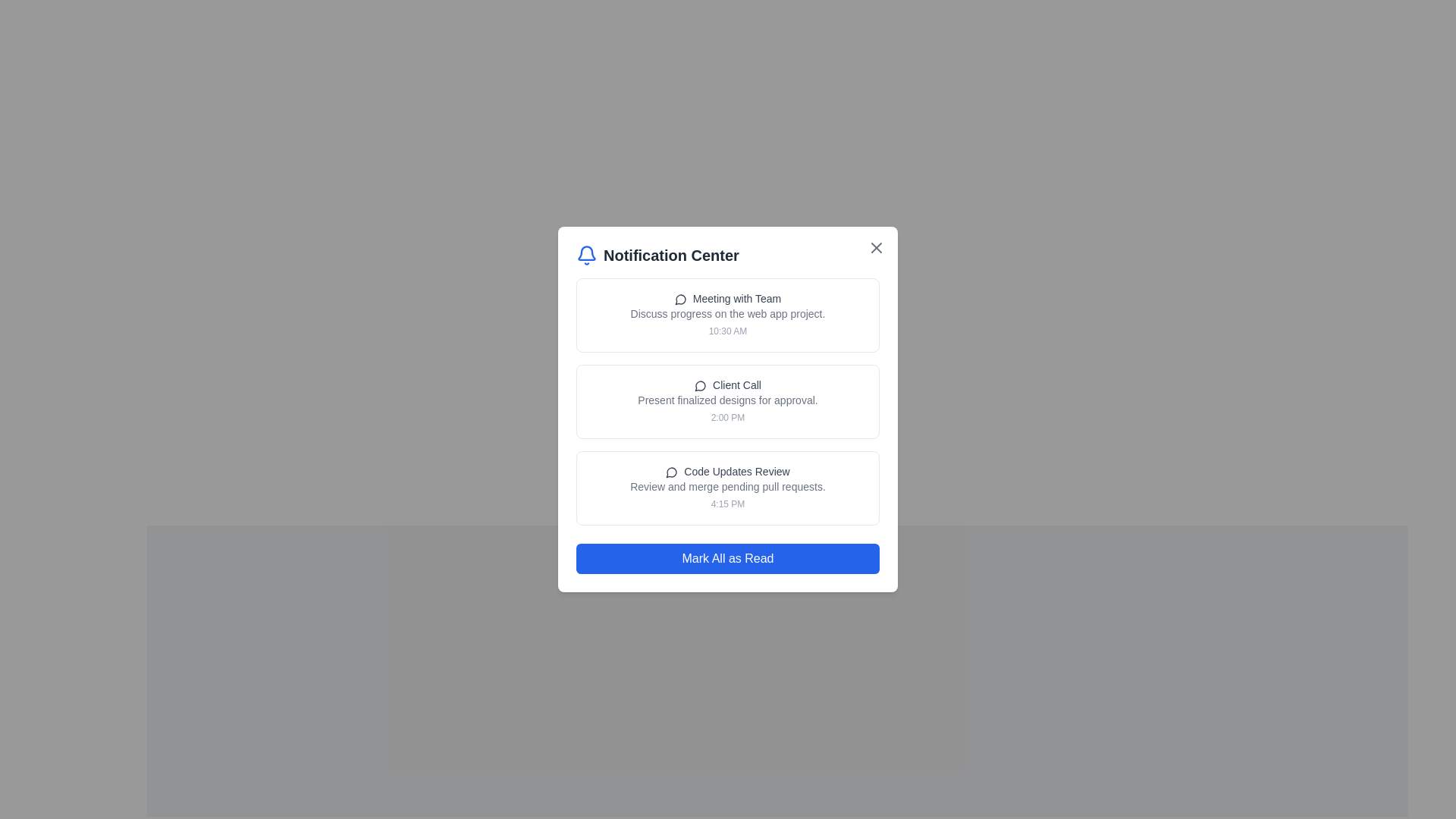  What do you see at coordinates (877, 247) in the screenshot?
I see `the close button located in the top-right corner of the 'Notification Center' dialog, which is represented by a cross-shaped element` at bounding box center [877, 247].